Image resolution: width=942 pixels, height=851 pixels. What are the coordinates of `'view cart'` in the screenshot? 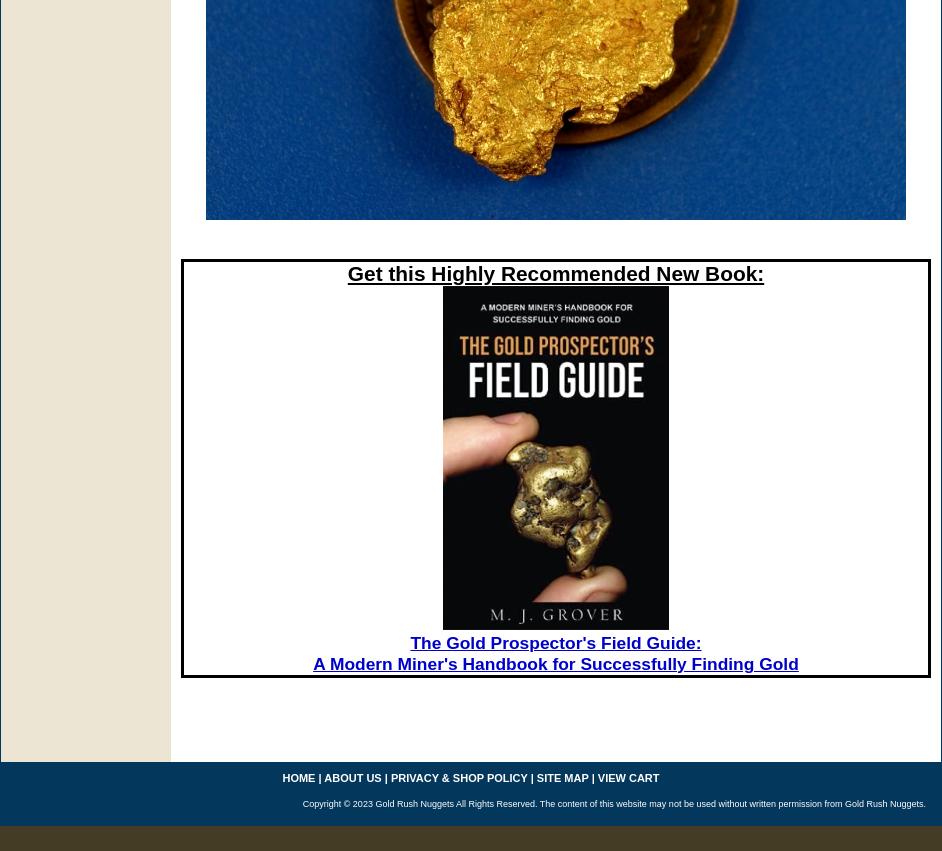 It's located at (627, 776).